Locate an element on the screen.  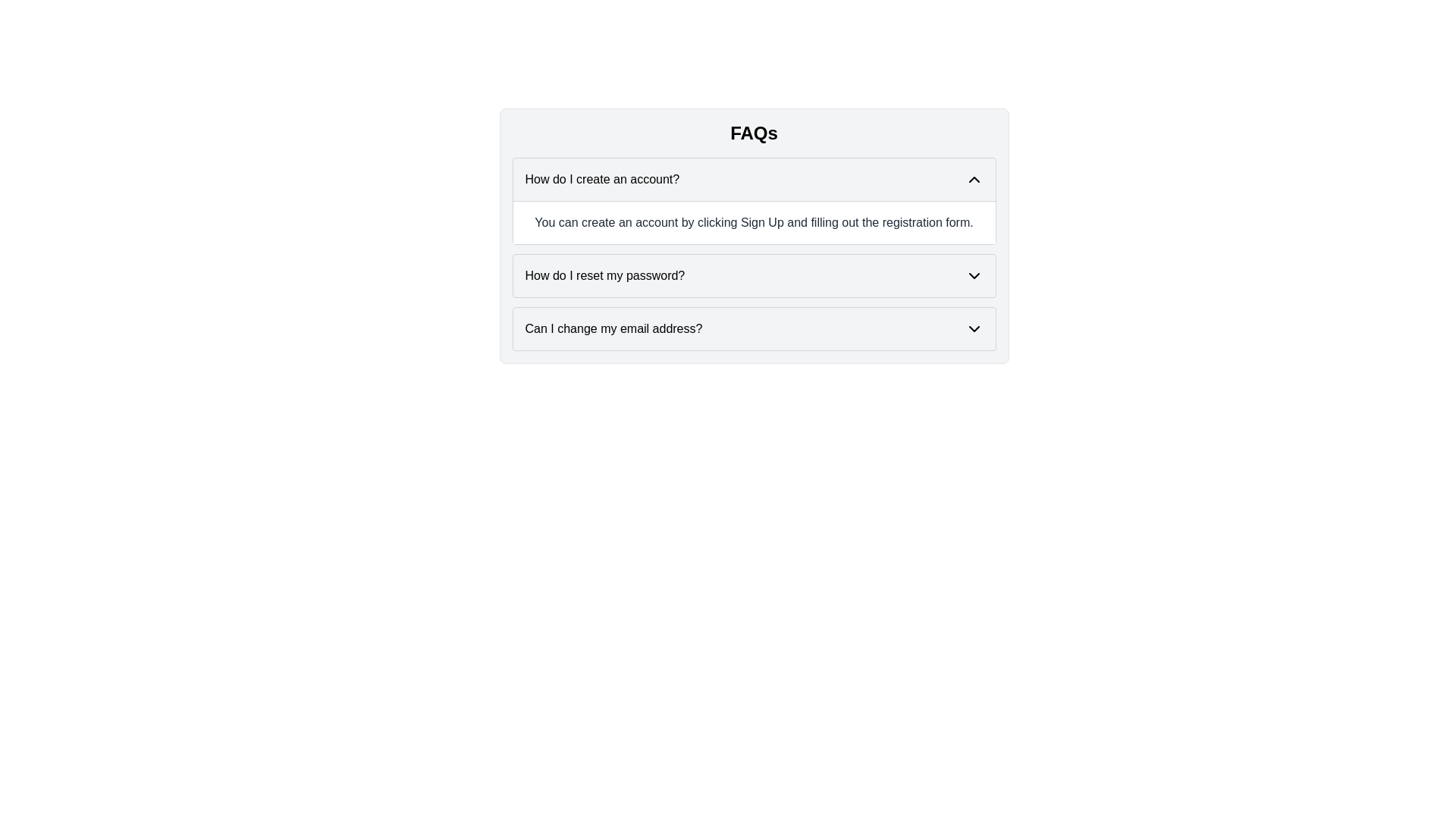
the upward-pointing arrow icon button is located at coordinates (974, 178).